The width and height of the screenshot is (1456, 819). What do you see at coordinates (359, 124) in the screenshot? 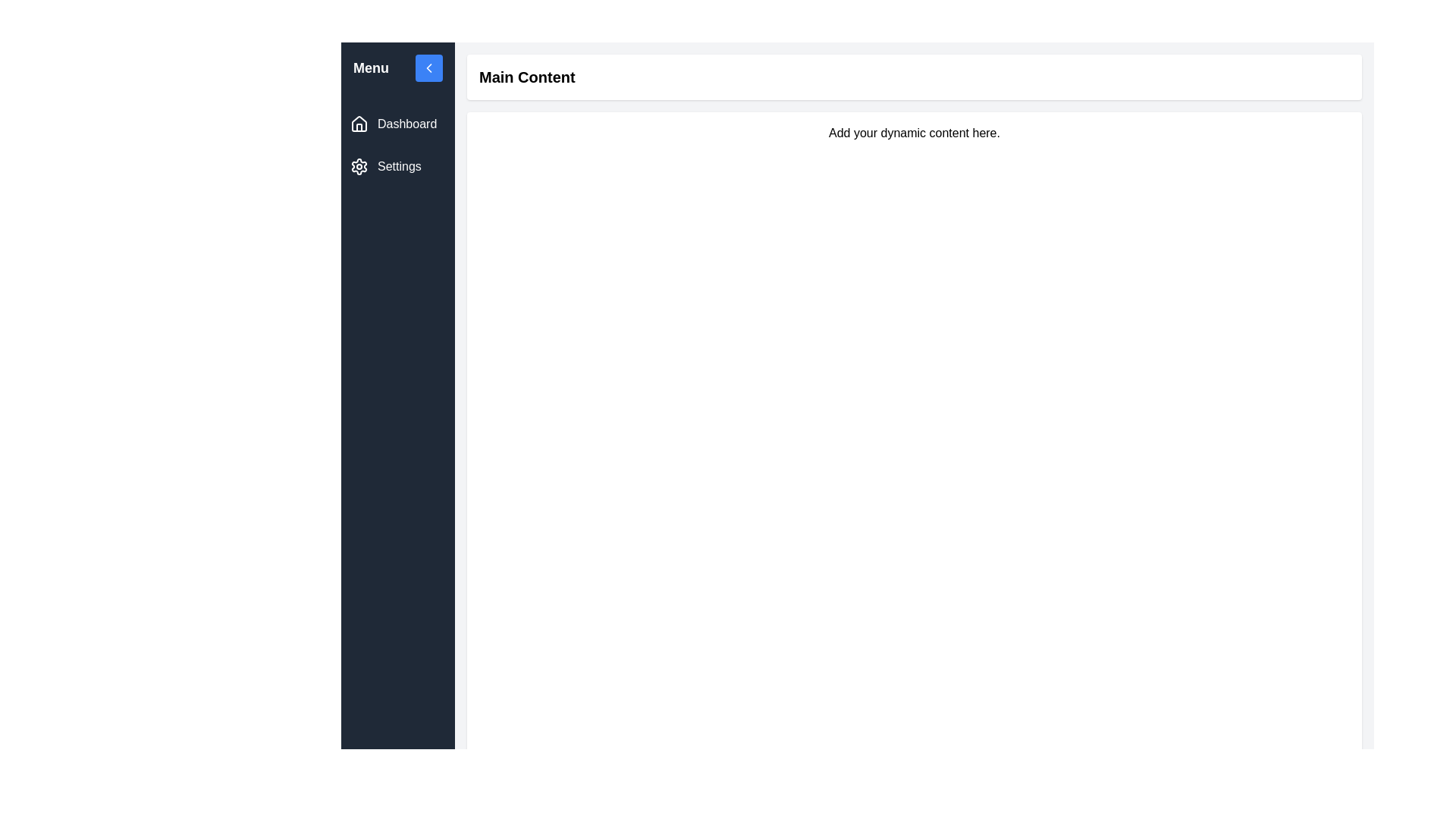
I see `the 'Home' icon in the left-side navigation bar for accessibility navigation` at bounding box center [359, 124].